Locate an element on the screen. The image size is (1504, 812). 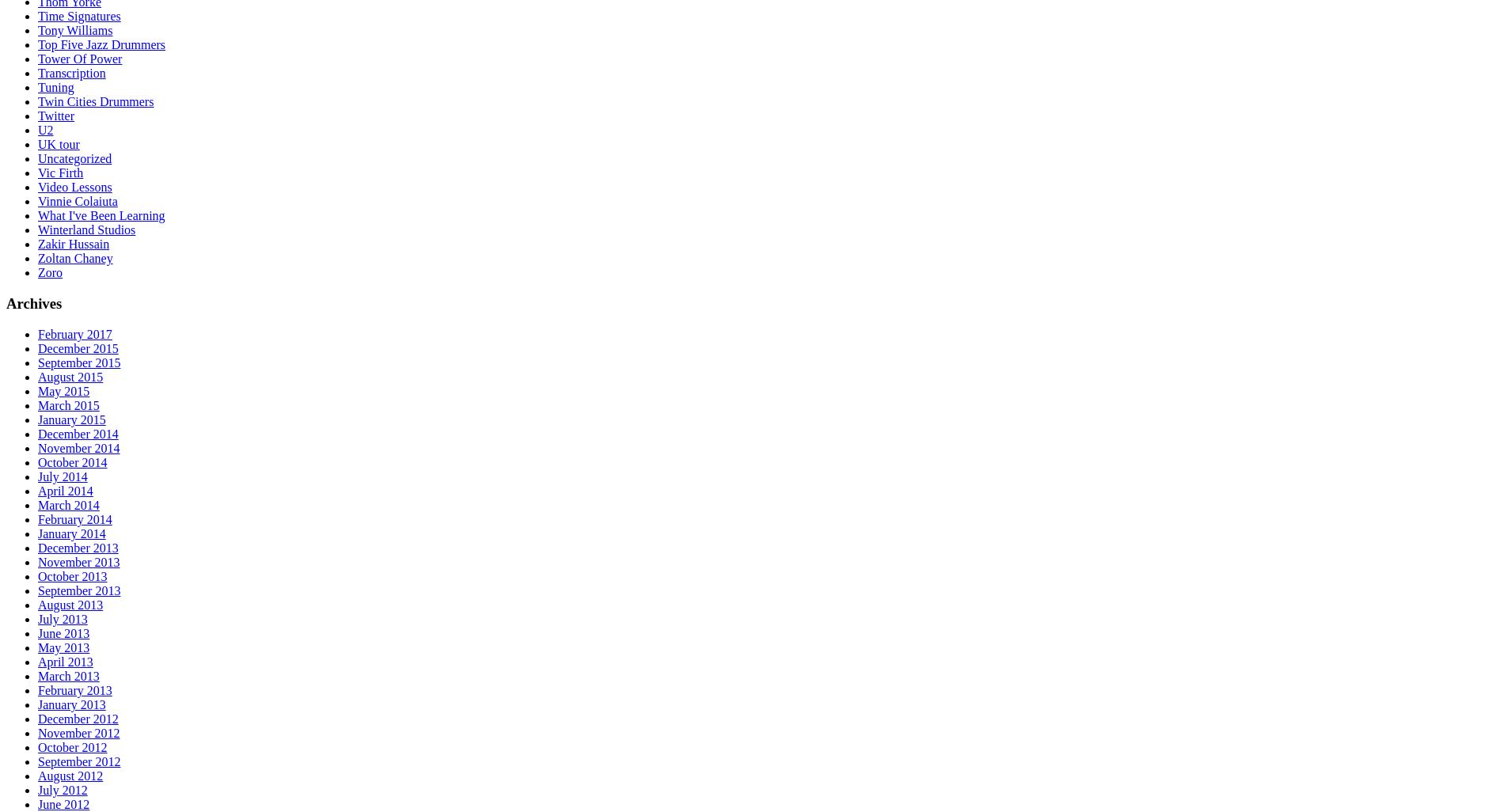
'December 2015' is located at coordinates (78, 347).